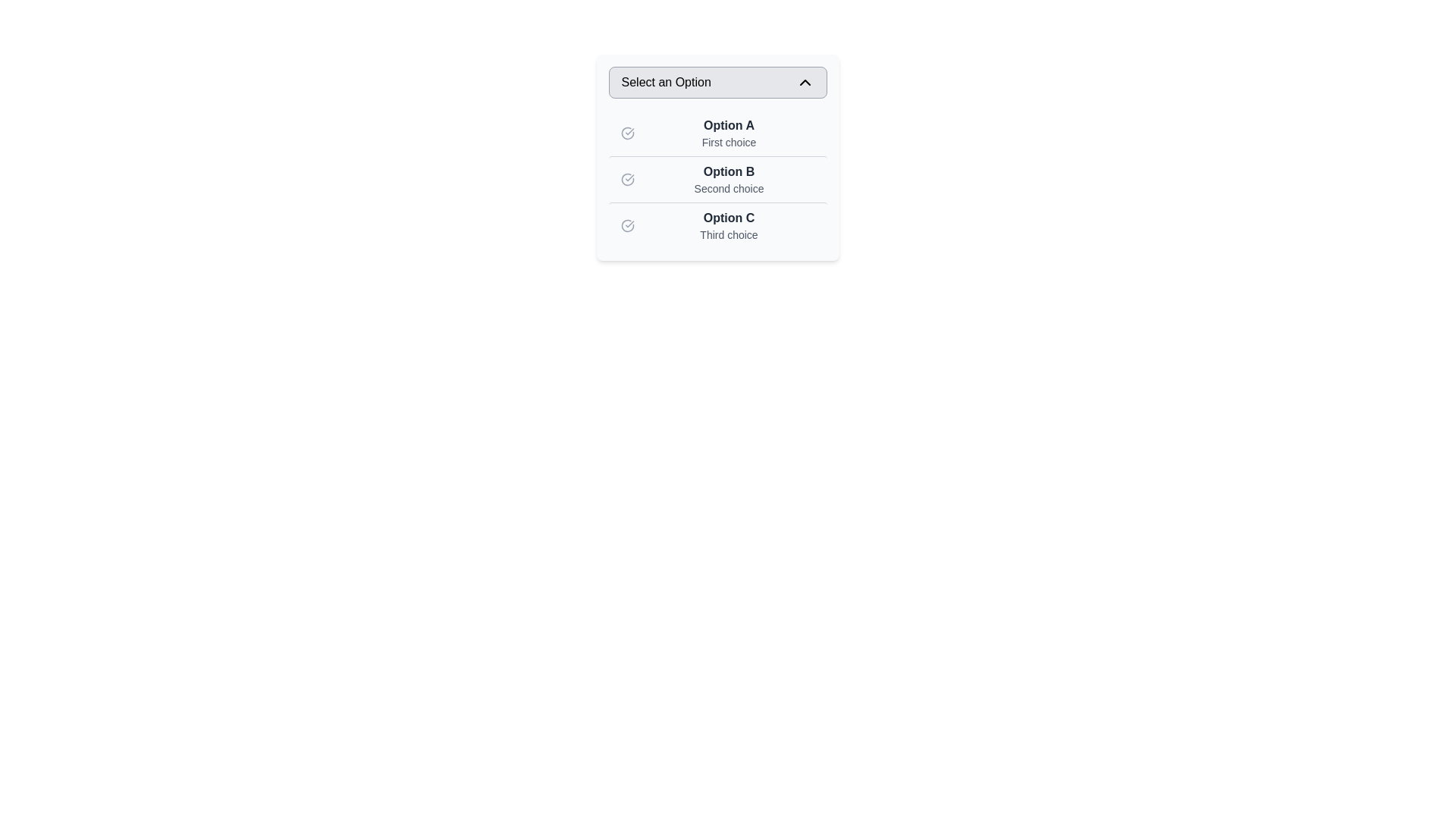  I want to click on the selectable item 'Option B' in the dropdown menu, so click(717, 178).